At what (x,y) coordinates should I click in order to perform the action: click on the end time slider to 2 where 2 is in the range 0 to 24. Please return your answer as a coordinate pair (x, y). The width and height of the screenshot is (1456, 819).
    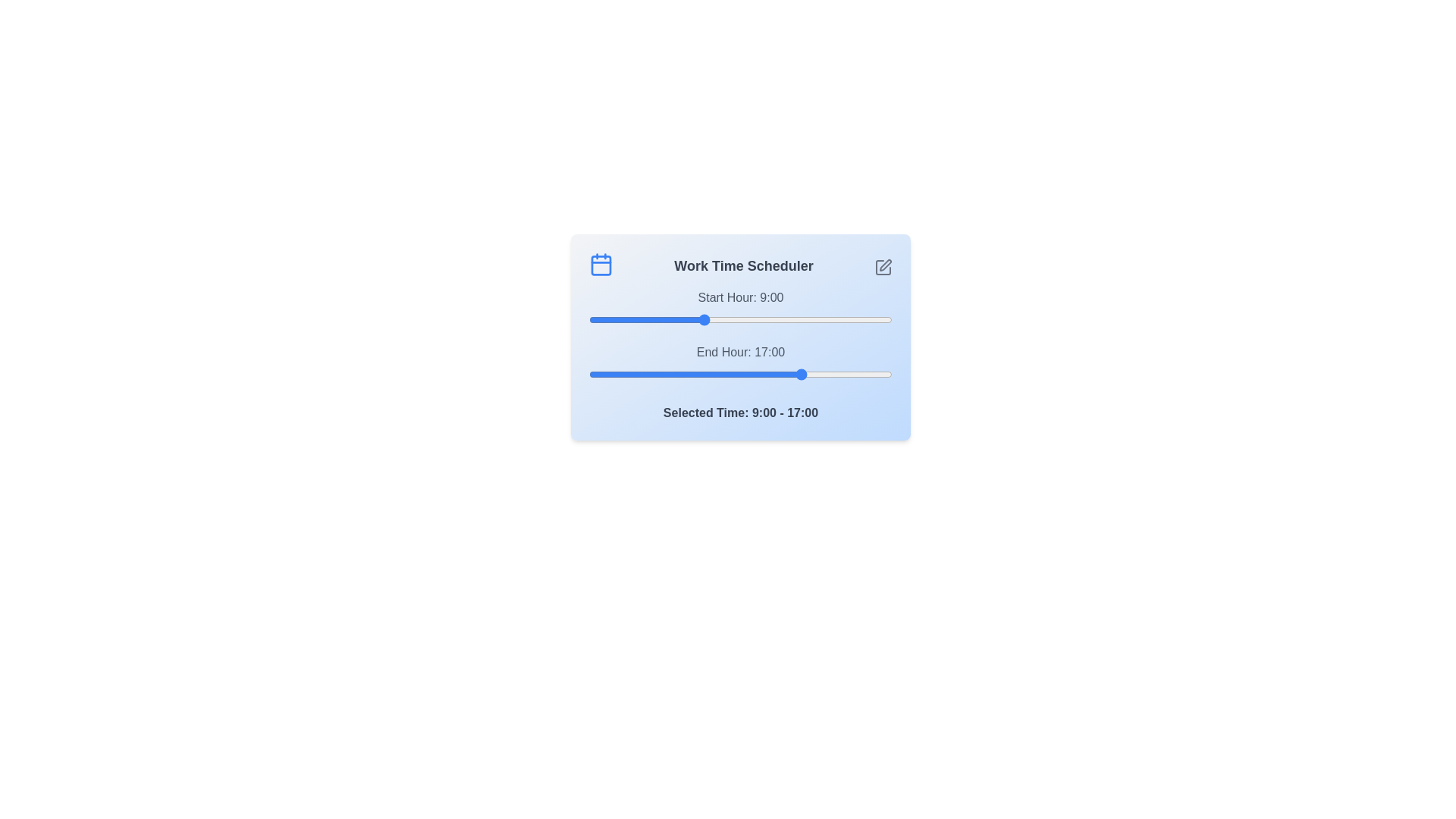
    Looking at the image, I should click on (614, 374).